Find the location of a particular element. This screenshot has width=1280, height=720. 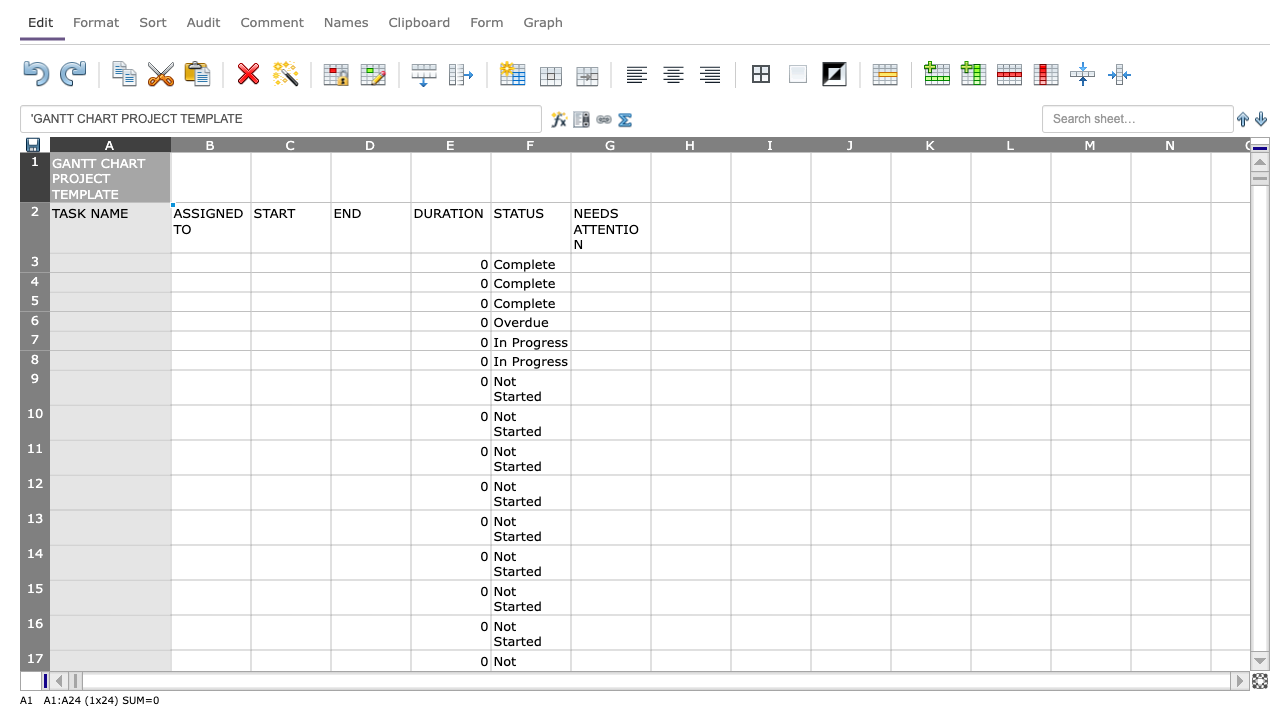

column D's width resize handle is located at coordinates (410, 143).